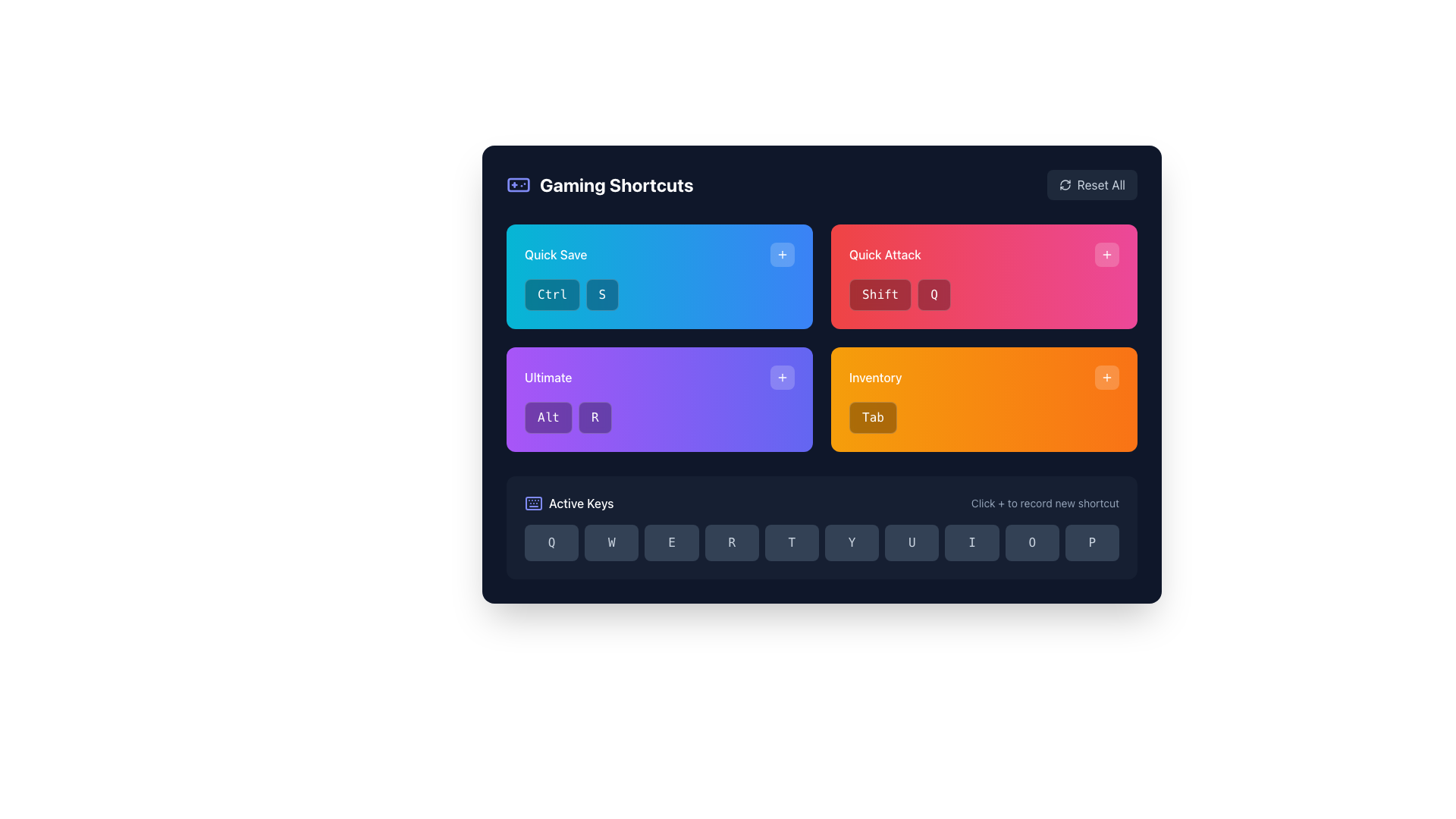 This screenshot has height=819, width=1456. What do you see at coordinates (1106, 253) in the screenshot?
I see `the 'Add' button located in the top-right corner of the 'Quick Attack' card` at bounding box center [1106, 253].